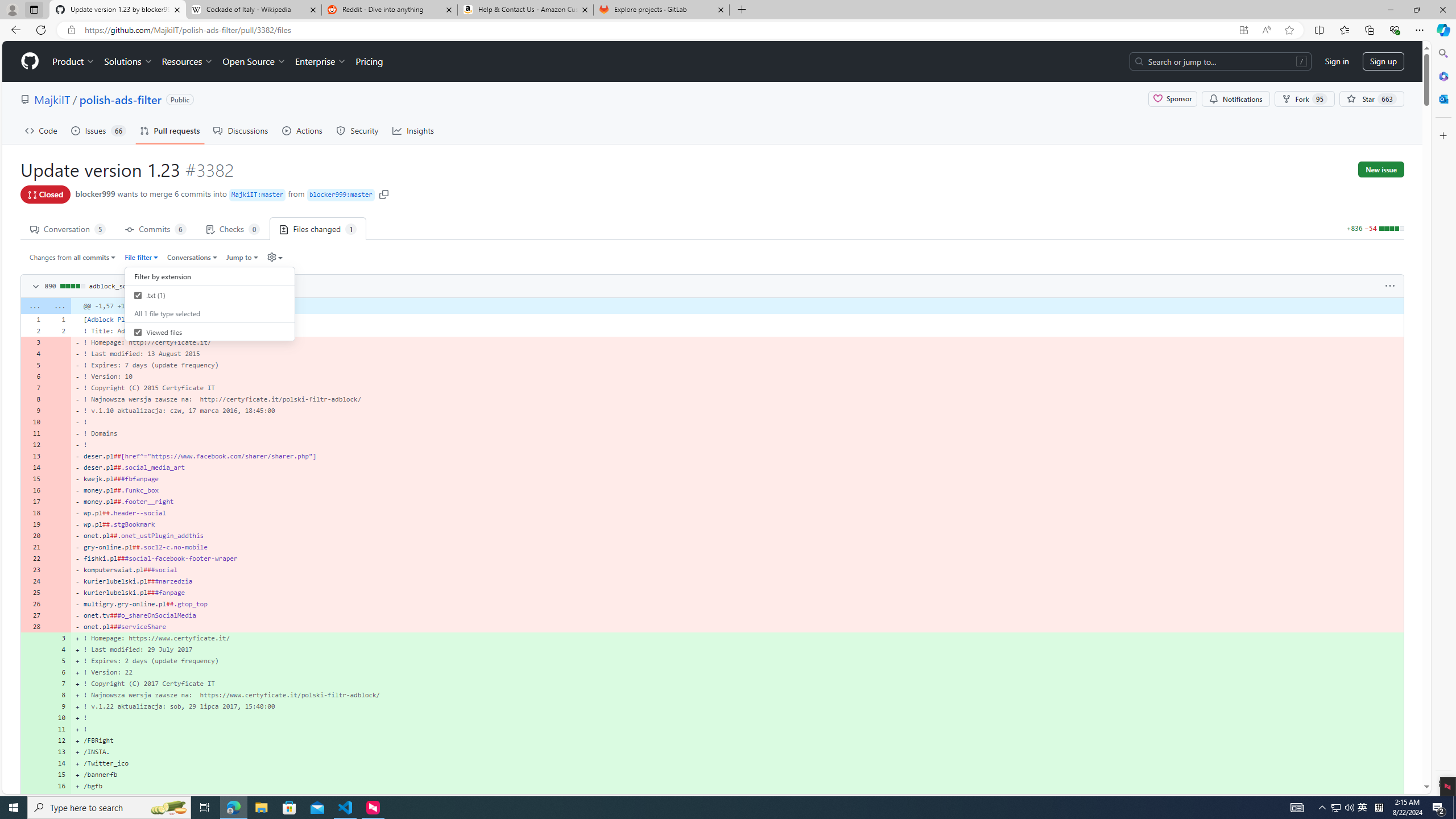  What do you see at coordinates (1380, 169) in the screenshot?
I see `'New issue'` at bounding box center [1380, 169].